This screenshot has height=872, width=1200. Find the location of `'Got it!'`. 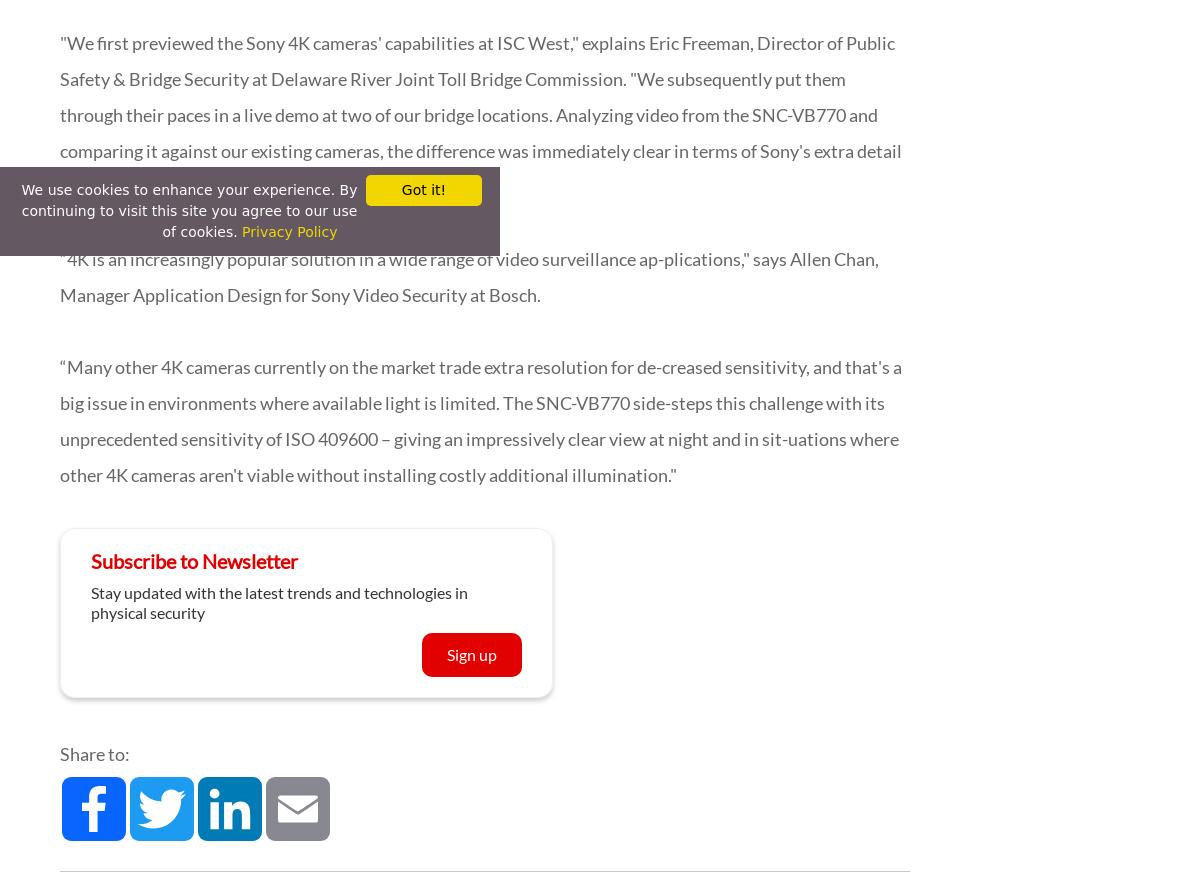

'Got it!' is located at coordinates (423, 190).